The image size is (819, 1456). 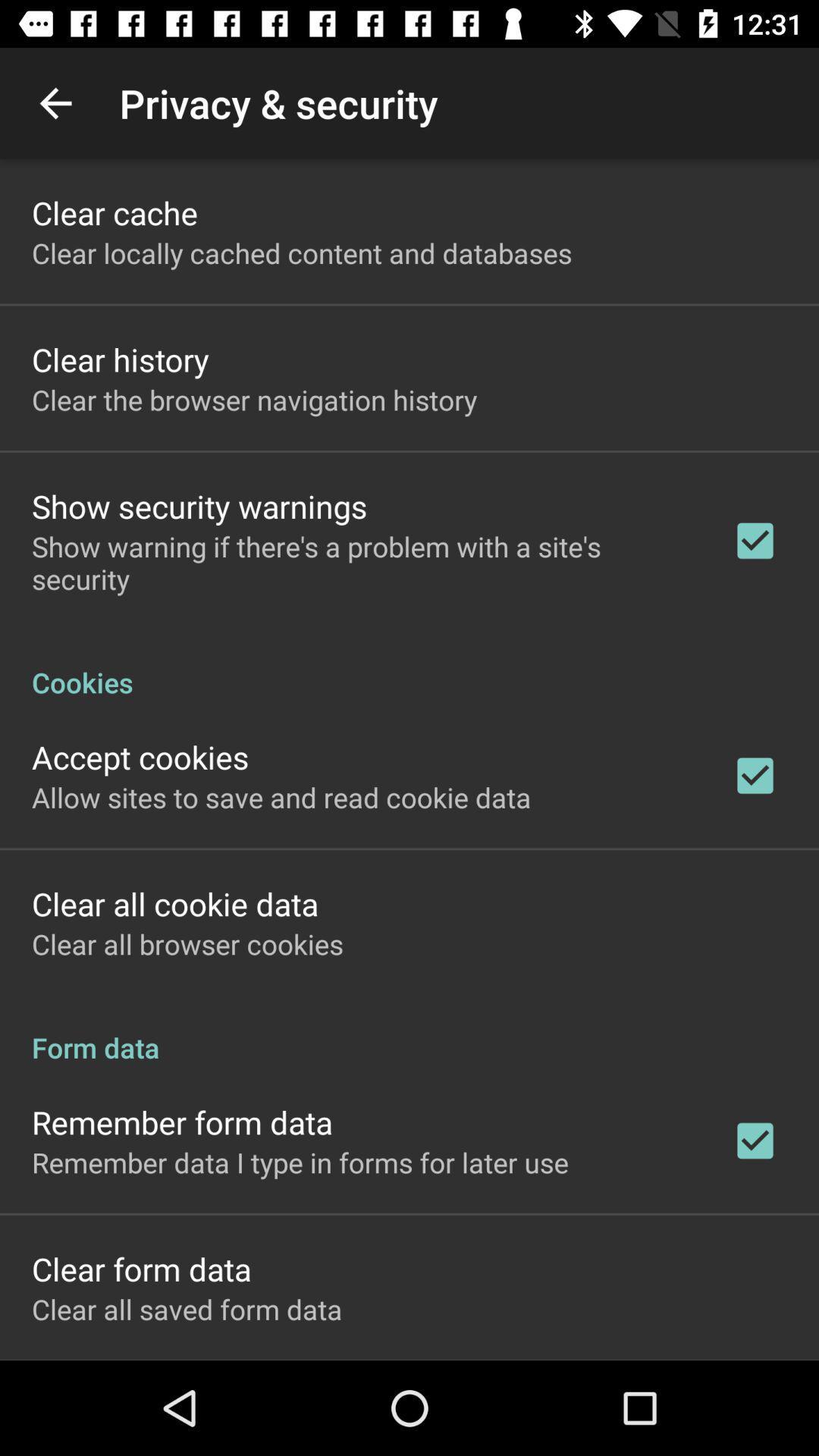 What do you see at coordinates (281, 796) in the screenshot?
I see `icon above clear all cookie item` at bounding box center [281, 796].